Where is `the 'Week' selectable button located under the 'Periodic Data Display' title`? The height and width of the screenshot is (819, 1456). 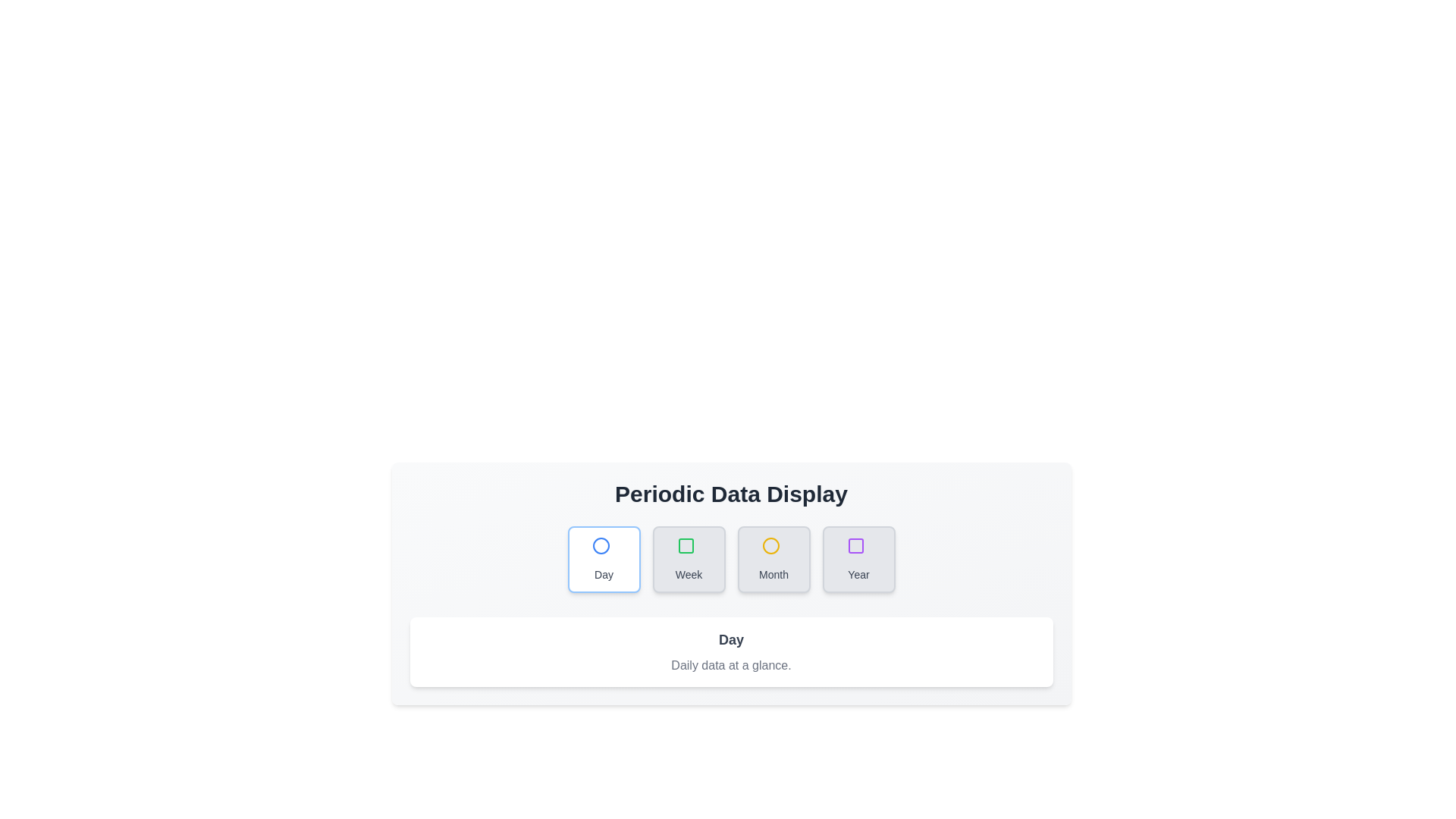 the 'Week' selectable button located under the 'Periodic Data Display' title is located at coordinates (685, 546).